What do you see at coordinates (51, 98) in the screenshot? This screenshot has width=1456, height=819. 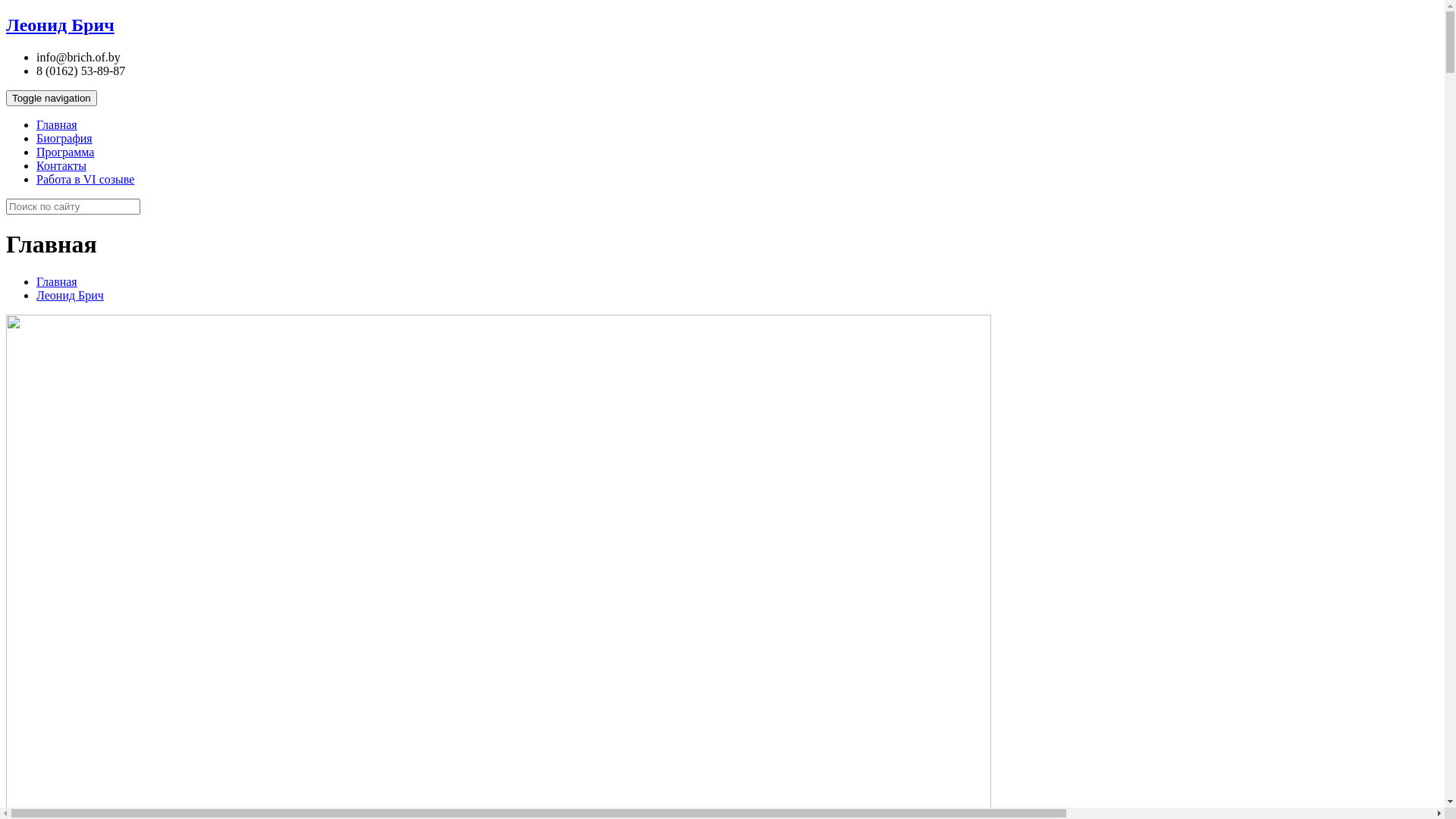 I see `'Toggle navigation'` at bounding box center [51, 98].